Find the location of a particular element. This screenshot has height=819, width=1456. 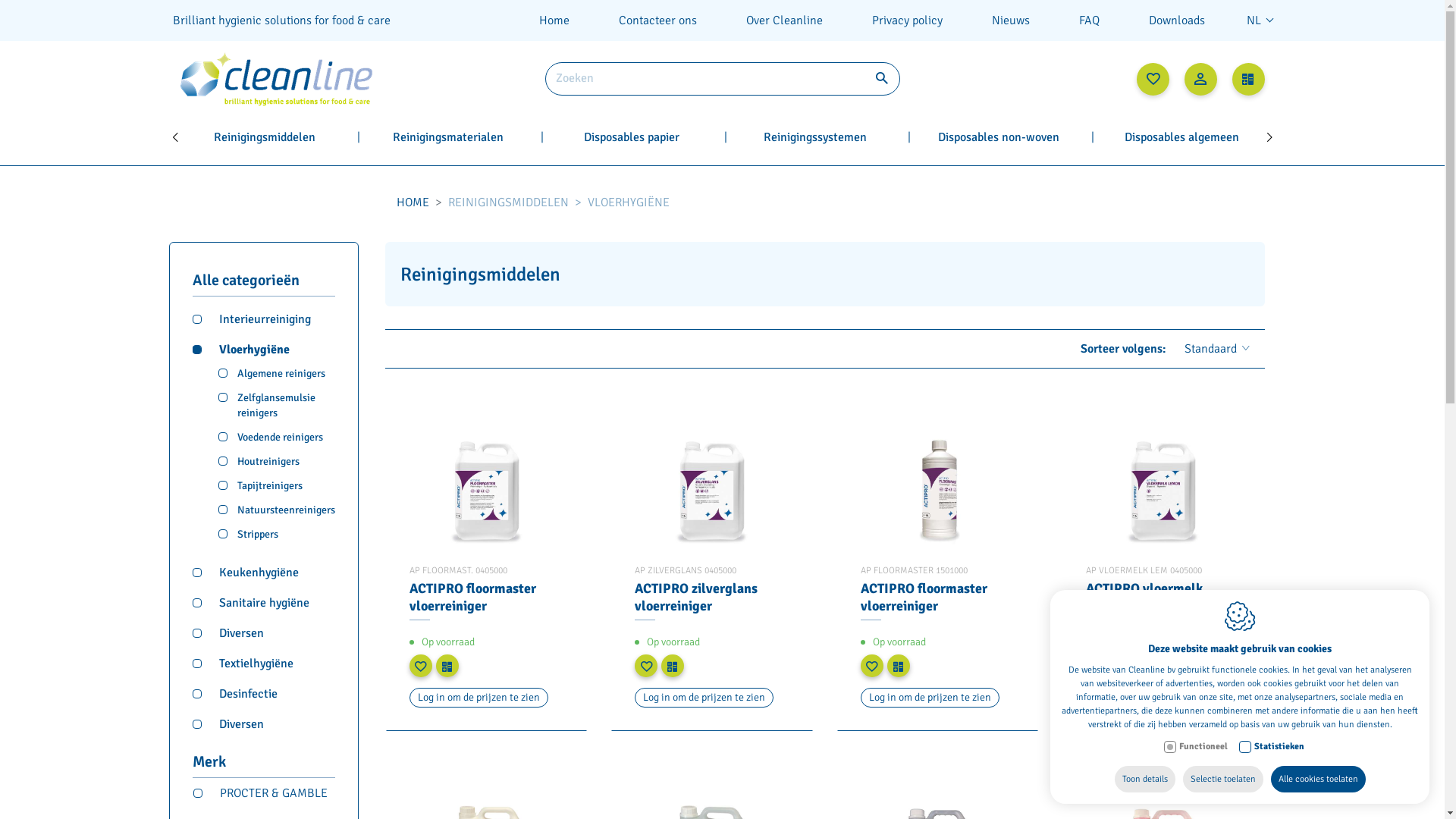

'Interieurreiniging' is located at coordinates (263, 311).